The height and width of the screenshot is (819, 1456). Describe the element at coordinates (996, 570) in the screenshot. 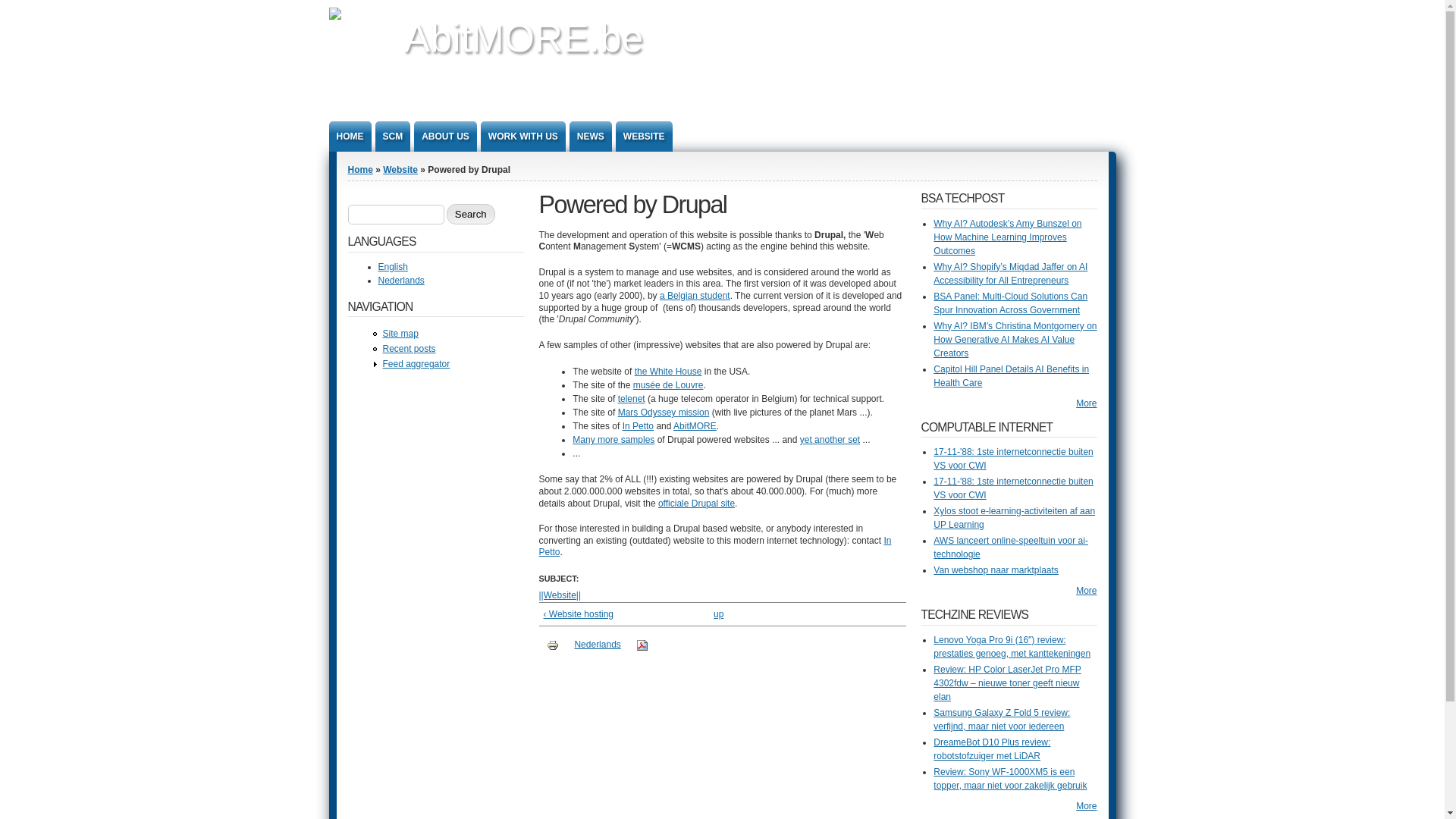

I see `'Van webshop naar marktplaats'` at that location.